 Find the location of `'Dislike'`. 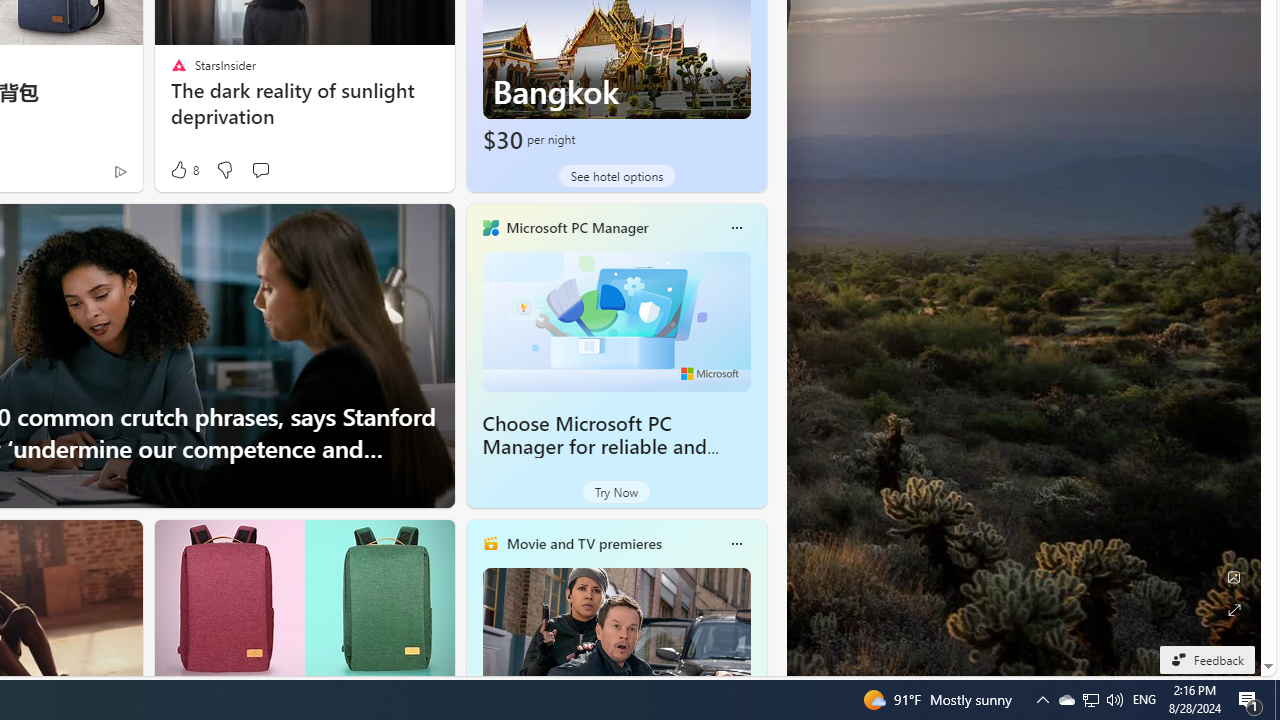

'Dislike' is located at coordinates (224, 169).